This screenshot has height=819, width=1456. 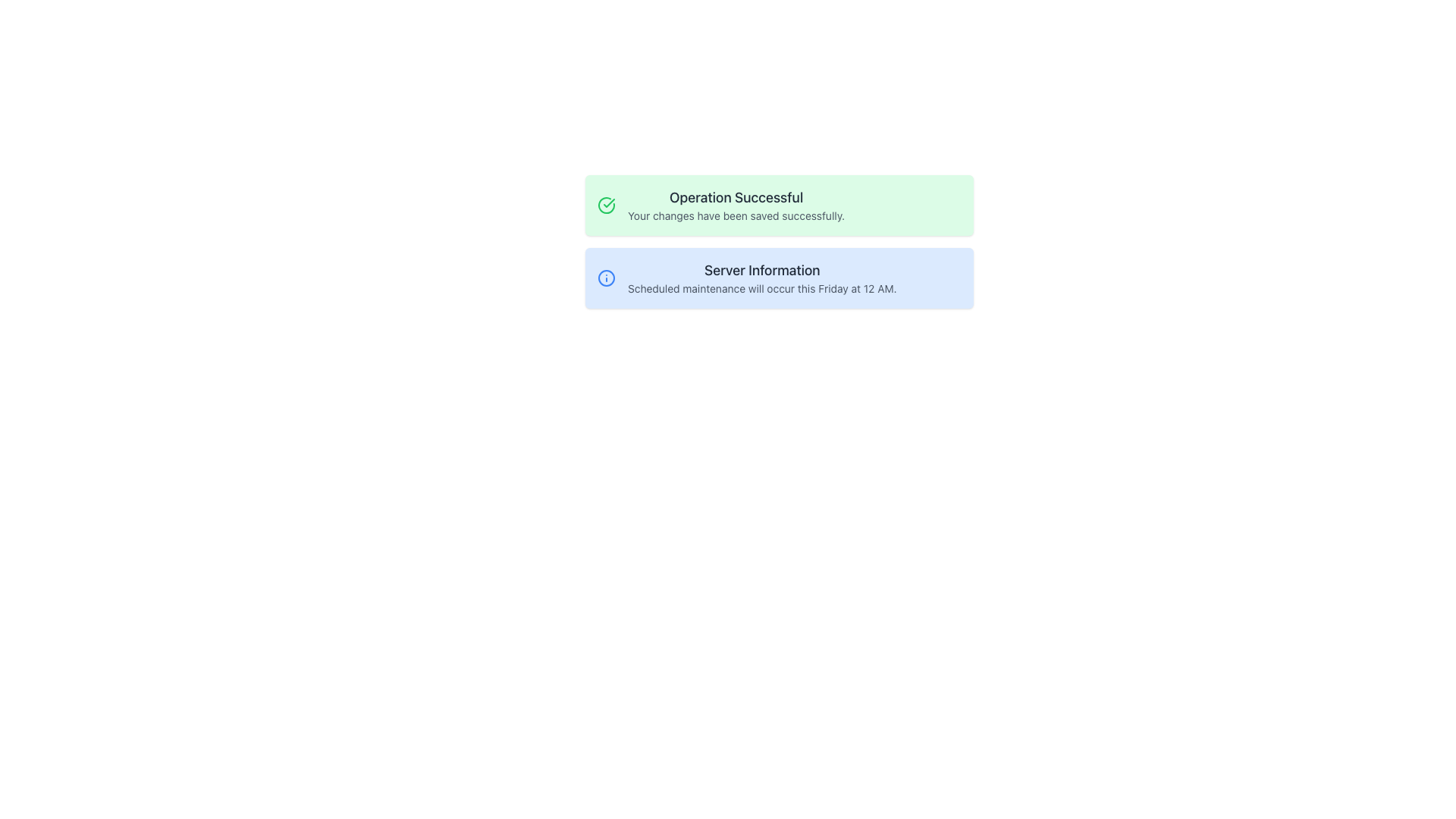 What do you see at coordinates (779, 205) in the screenshot?
I see `text content of the first success notification box, which is centrally located above the blue 'Server Information' notification` at bounding box center [779, 205].